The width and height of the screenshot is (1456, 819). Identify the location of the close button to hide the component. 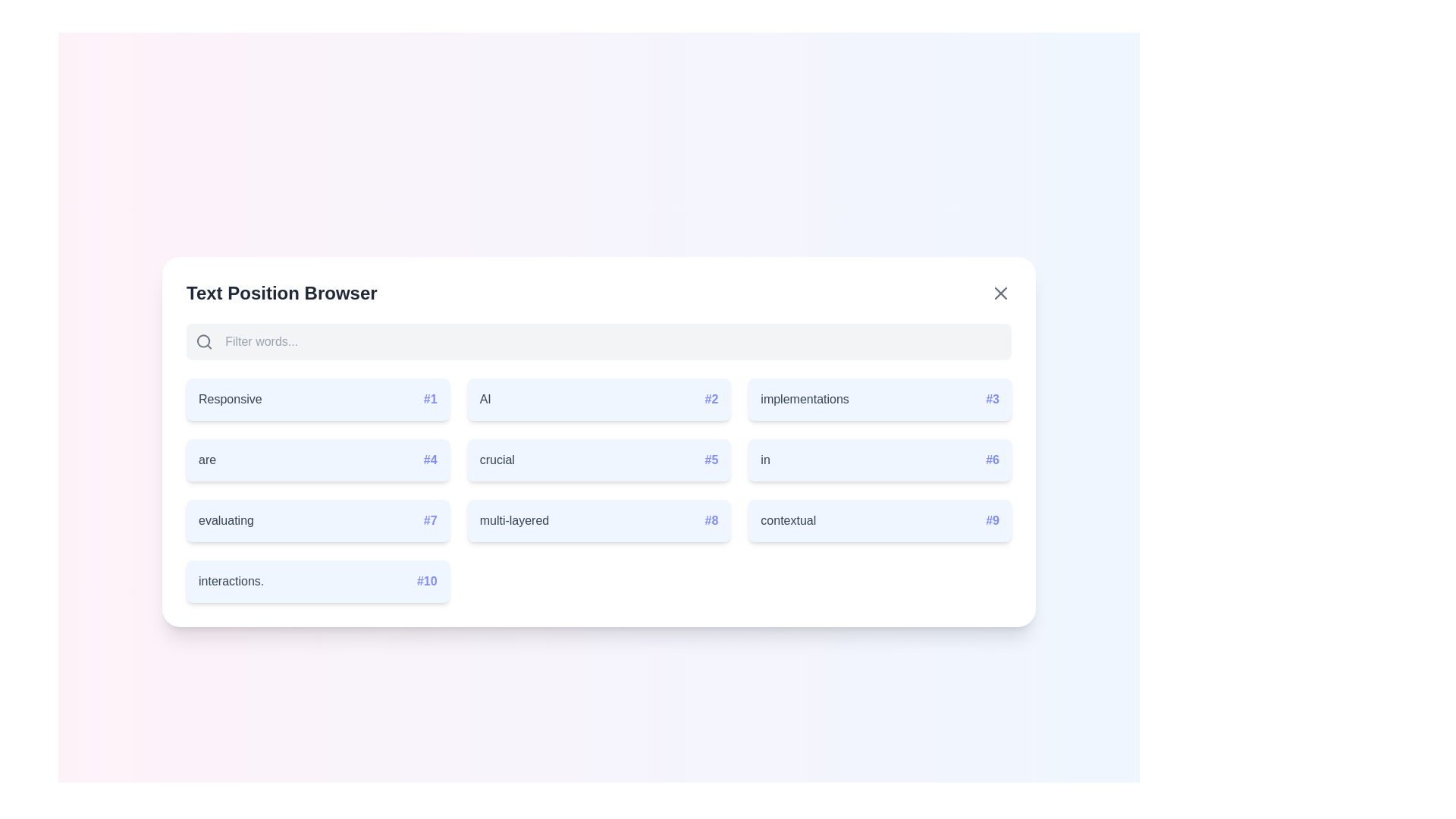
(1001, 293).